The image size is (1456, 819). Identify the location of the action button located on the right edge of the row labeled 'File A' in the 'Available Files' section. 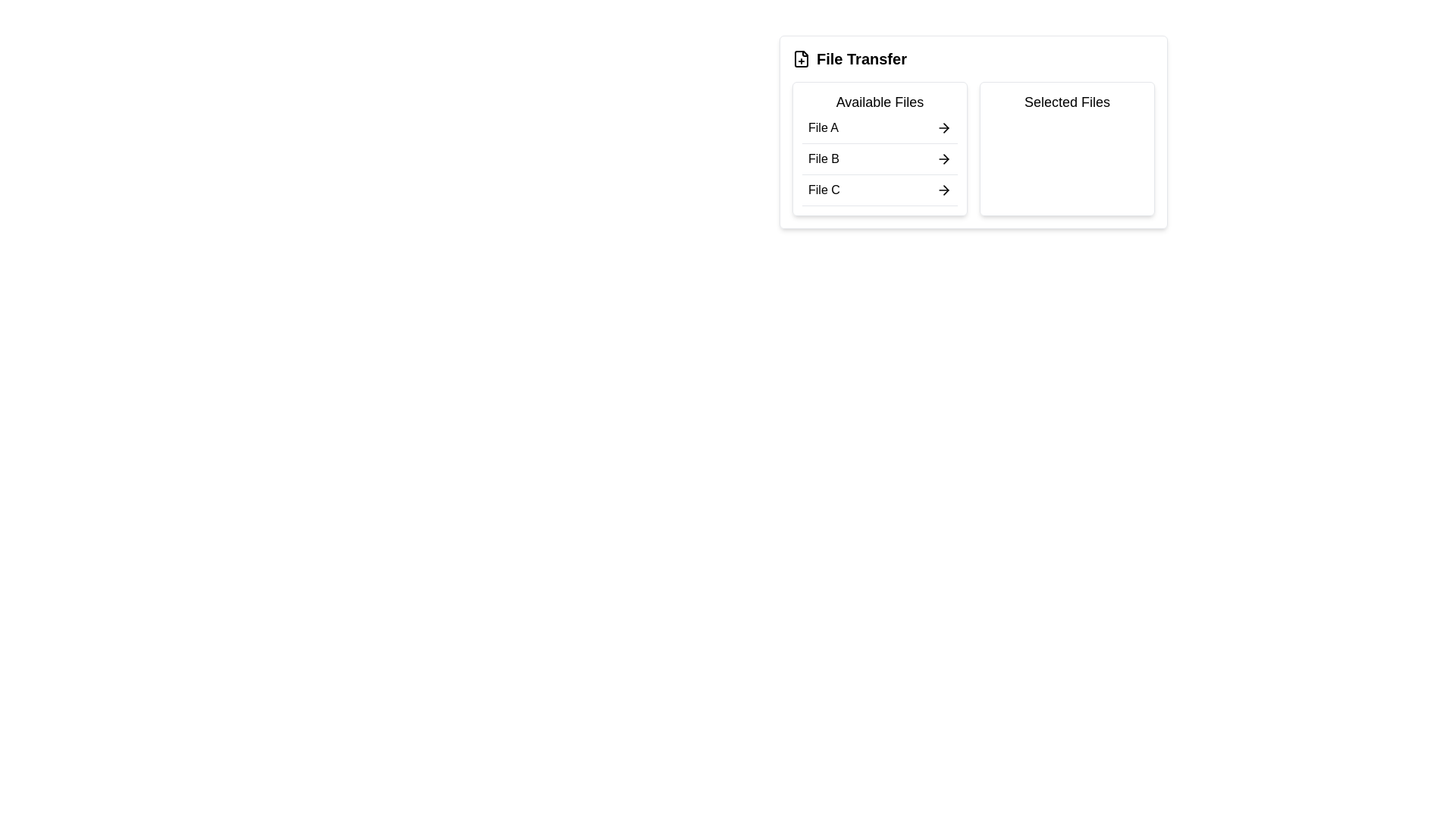
(943, 127).